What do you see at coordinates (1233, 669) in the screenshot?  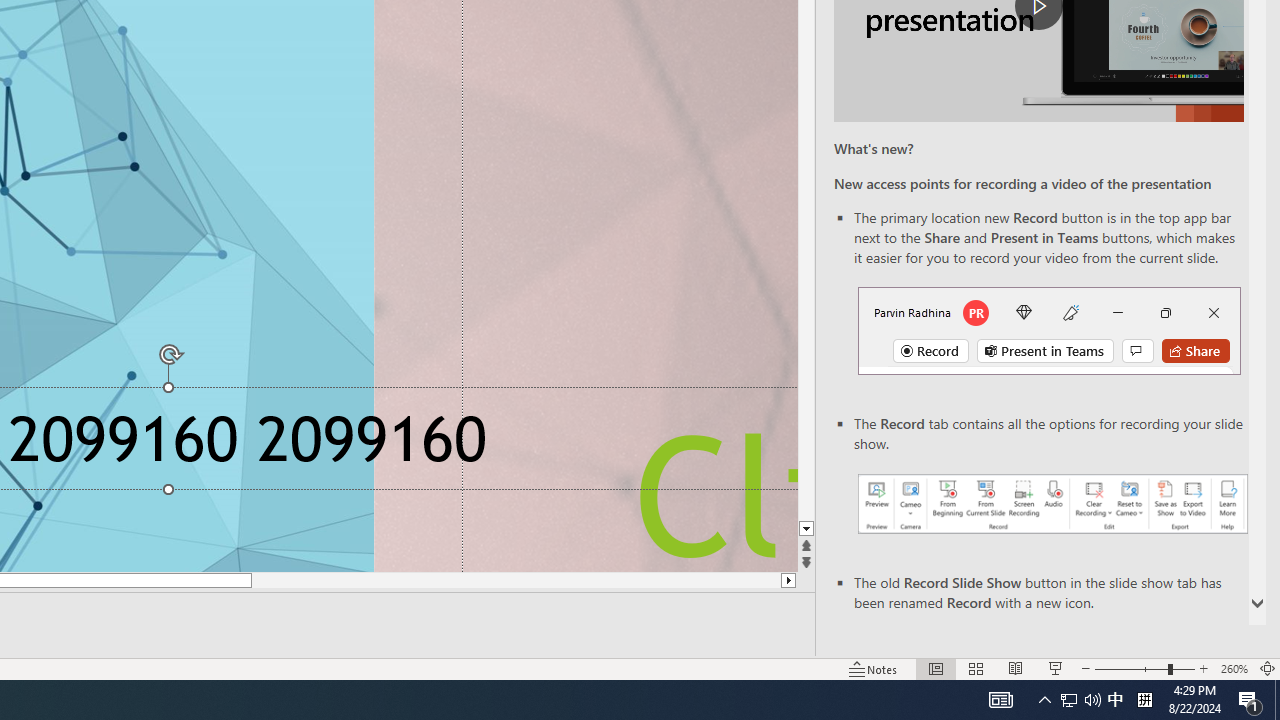 I see `'Zoom 260%'` at bounding box center [1233, 669].